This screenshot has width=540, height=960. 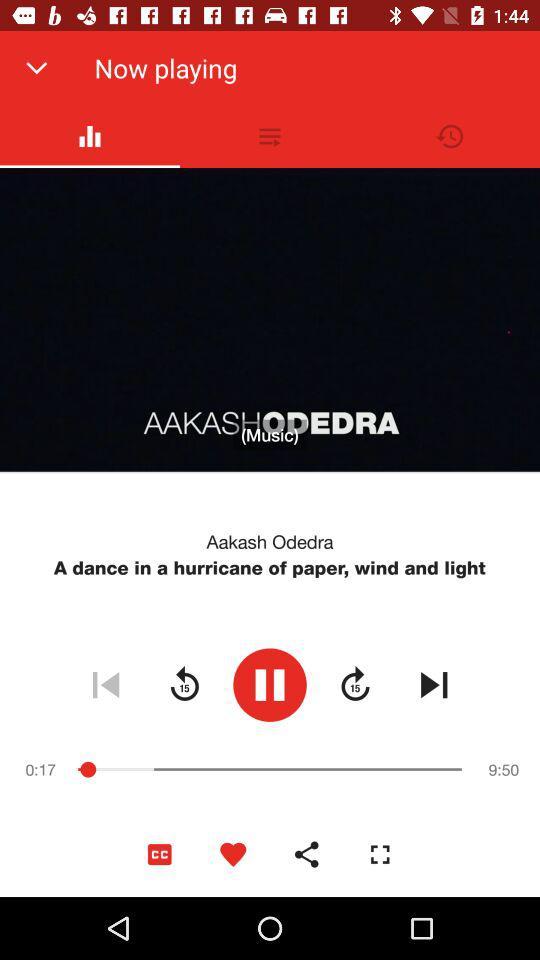 I want to click on the fourth option from the last, so click(x=159, y=853).